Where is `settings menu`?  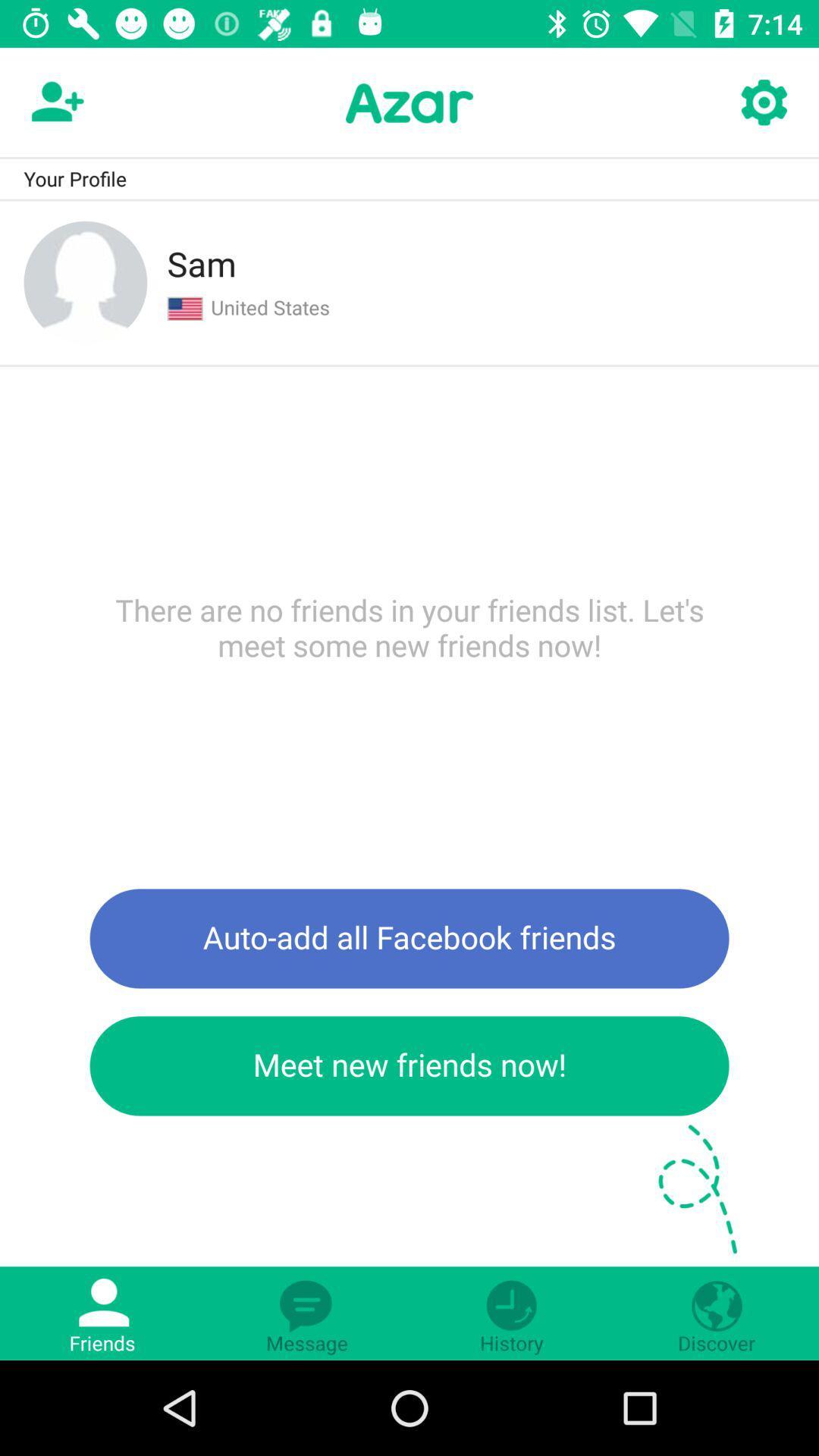 settings menu is located at coordinates (763, 102).